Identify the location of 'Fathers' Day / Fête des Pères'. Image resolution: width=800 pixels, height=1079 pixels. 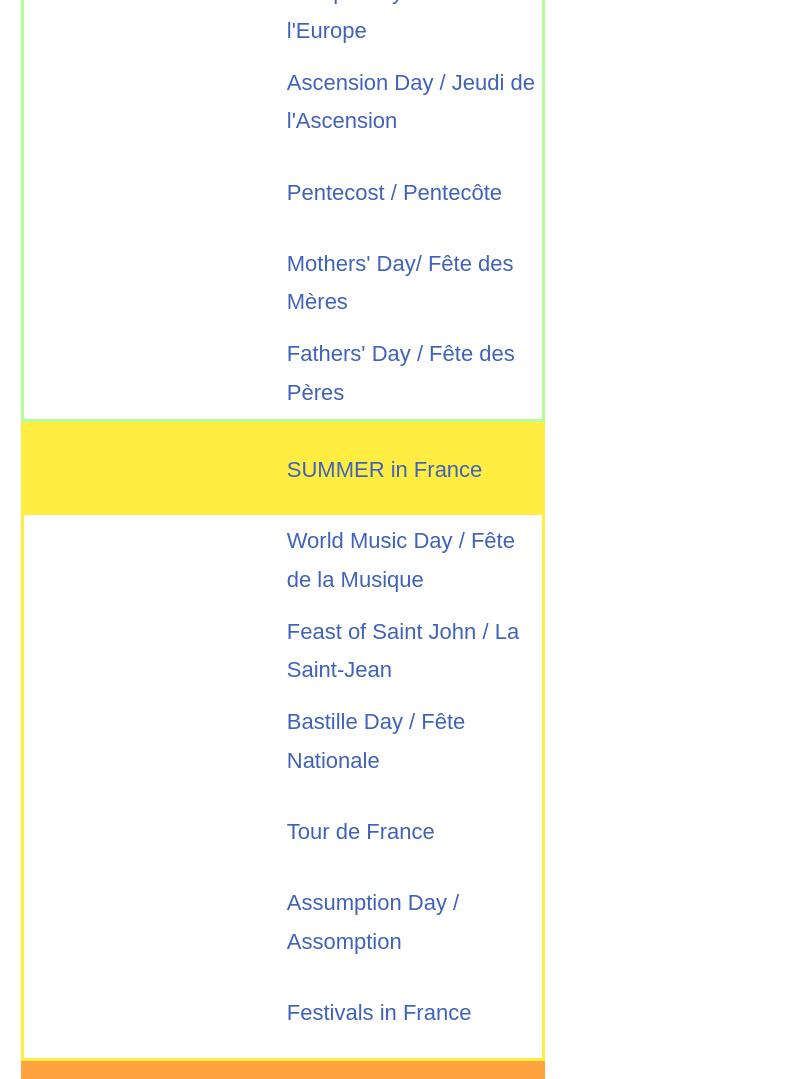
(286, 372).